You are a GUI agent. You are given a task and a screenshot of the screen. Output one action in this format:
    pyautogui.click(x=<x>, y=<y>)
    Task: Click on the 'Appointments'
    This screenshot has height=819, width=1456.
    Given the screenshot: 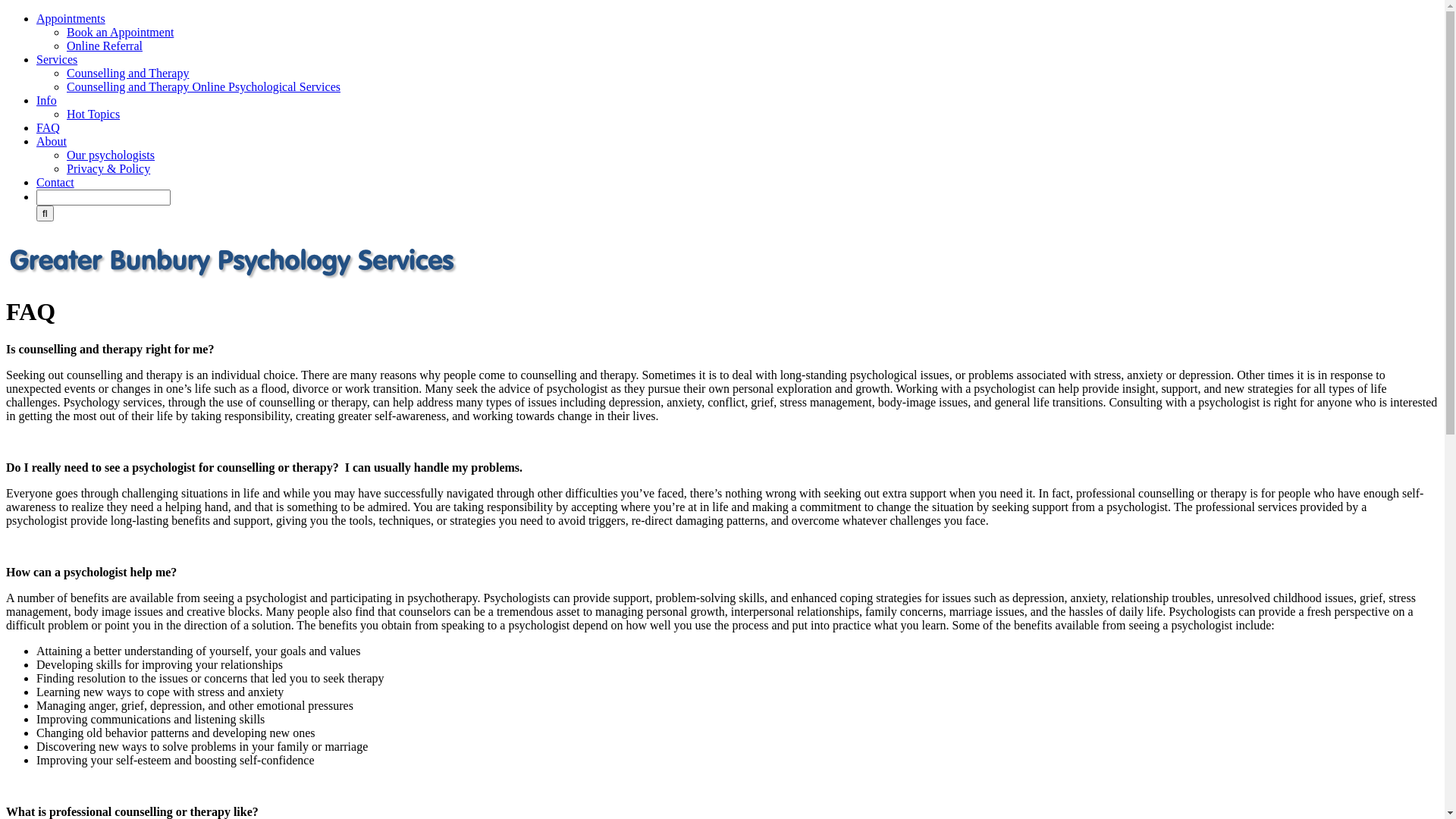 What is the action you would take?
    pyautogui.click(x=70, y=18)
    